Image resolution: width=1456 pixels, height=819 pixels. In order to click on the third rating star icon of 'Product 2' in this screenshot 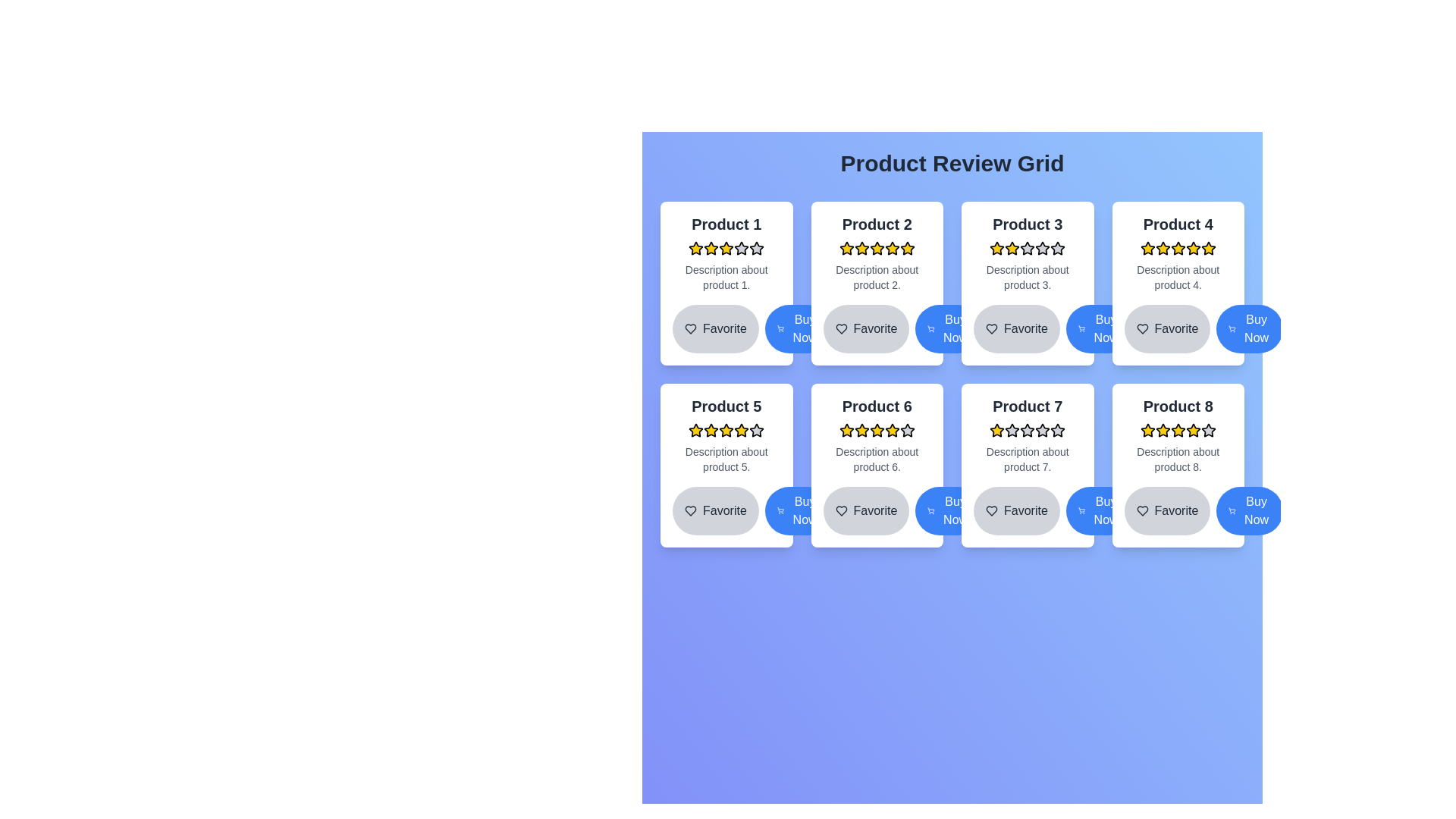, I will do `click(892, 247)`.